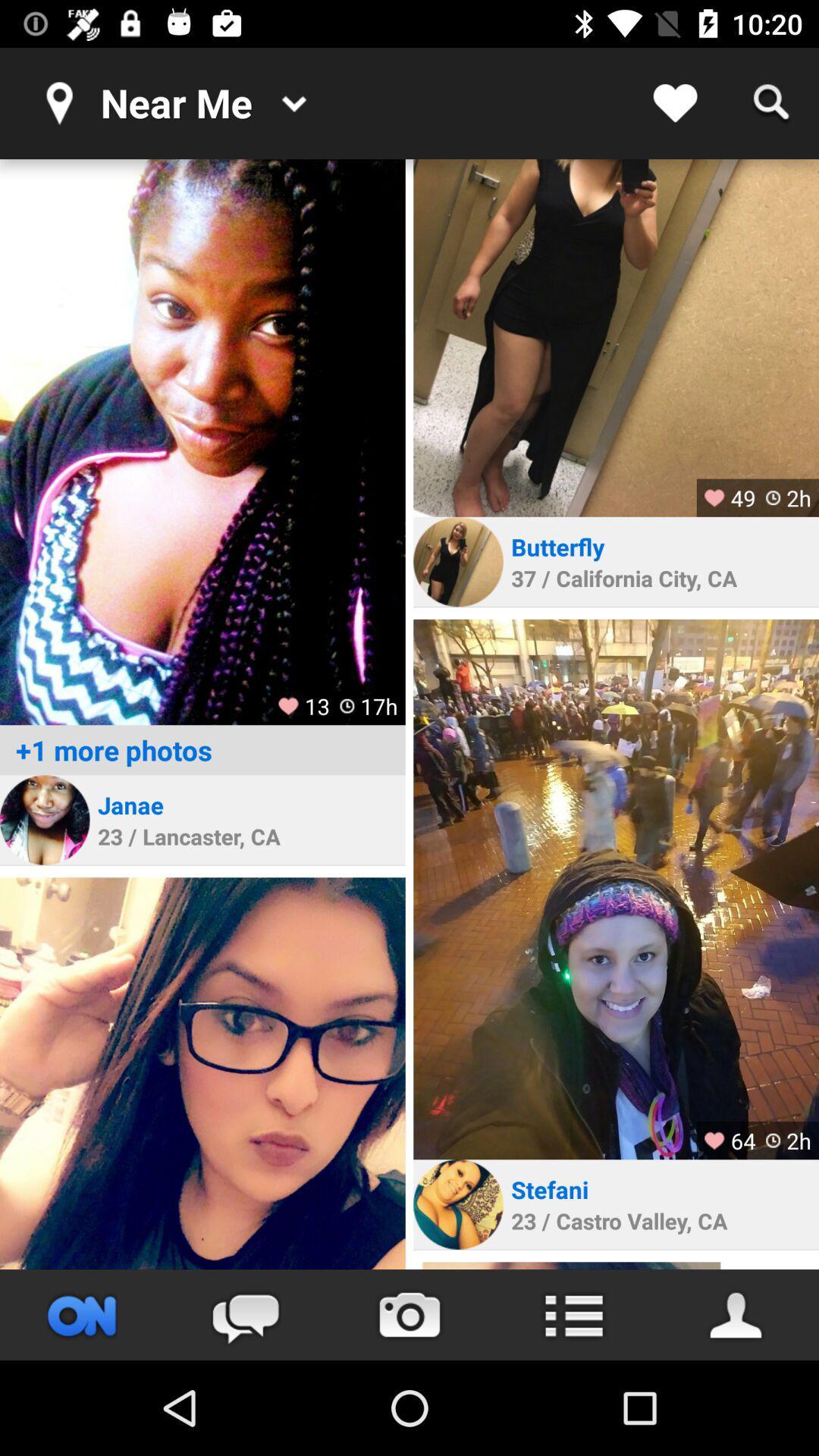 The image size is (819, 1456). What do you see at coordinates (130, 804) in the screenshot?
I see `janae icon` at bounding box center [130, 804].